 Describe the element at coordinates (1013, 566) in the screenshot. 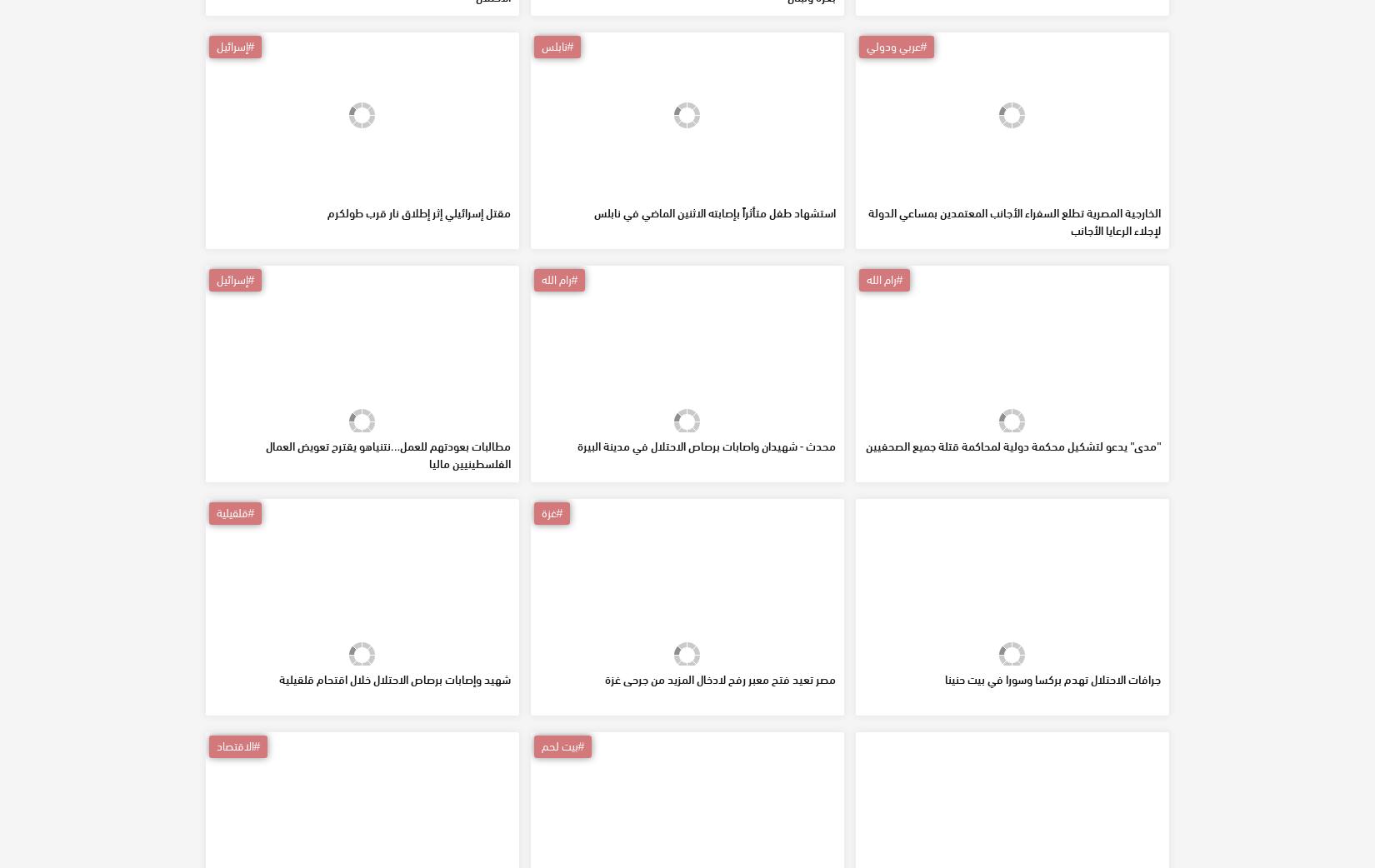

I see `'"مدى" يدعو لتشكيل محكمة دولية لمحاكمة قتلة جميع الصحفيين'` at that location.